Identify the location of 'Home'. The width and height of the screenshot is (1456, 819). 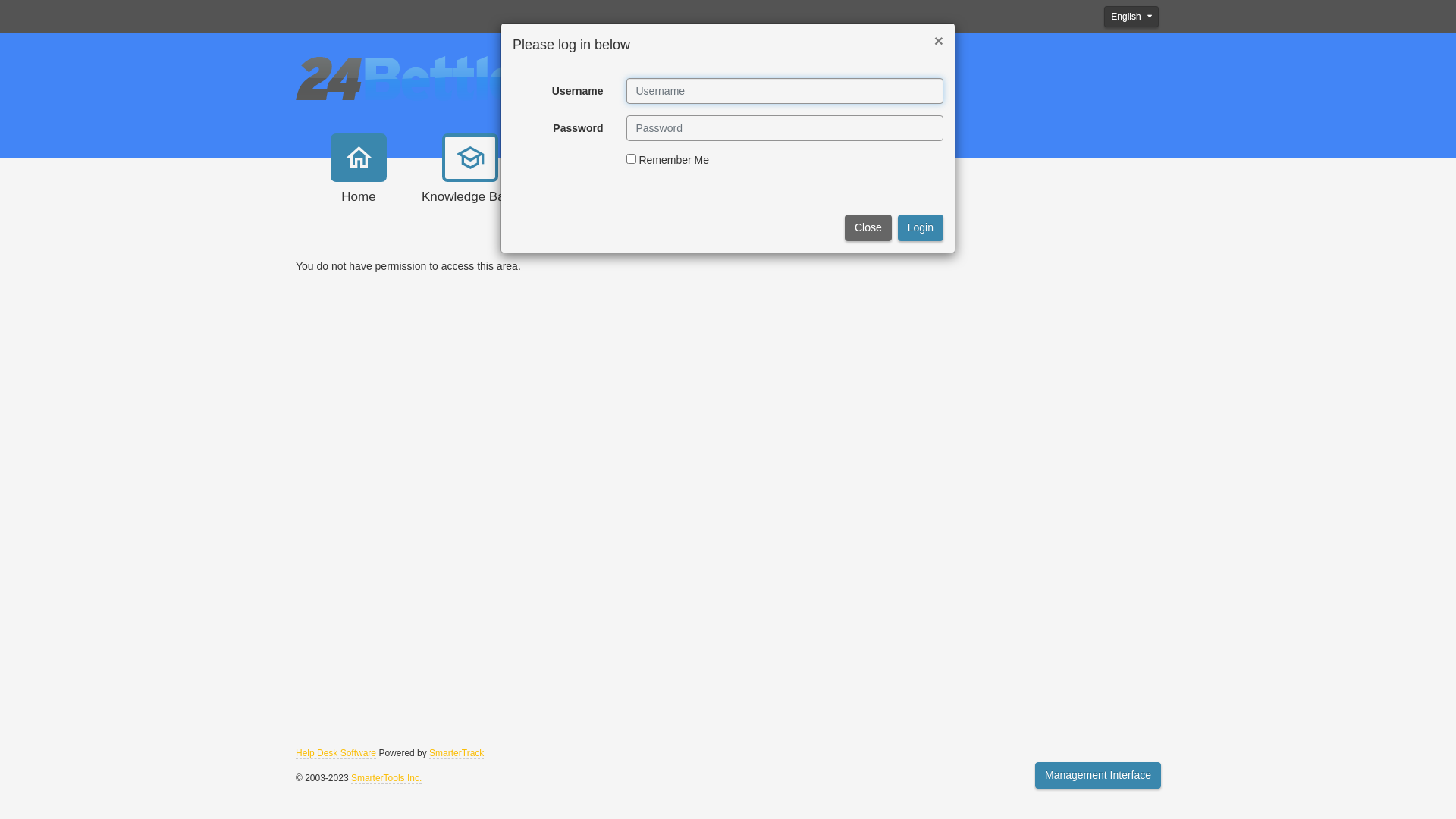
(358, 184).